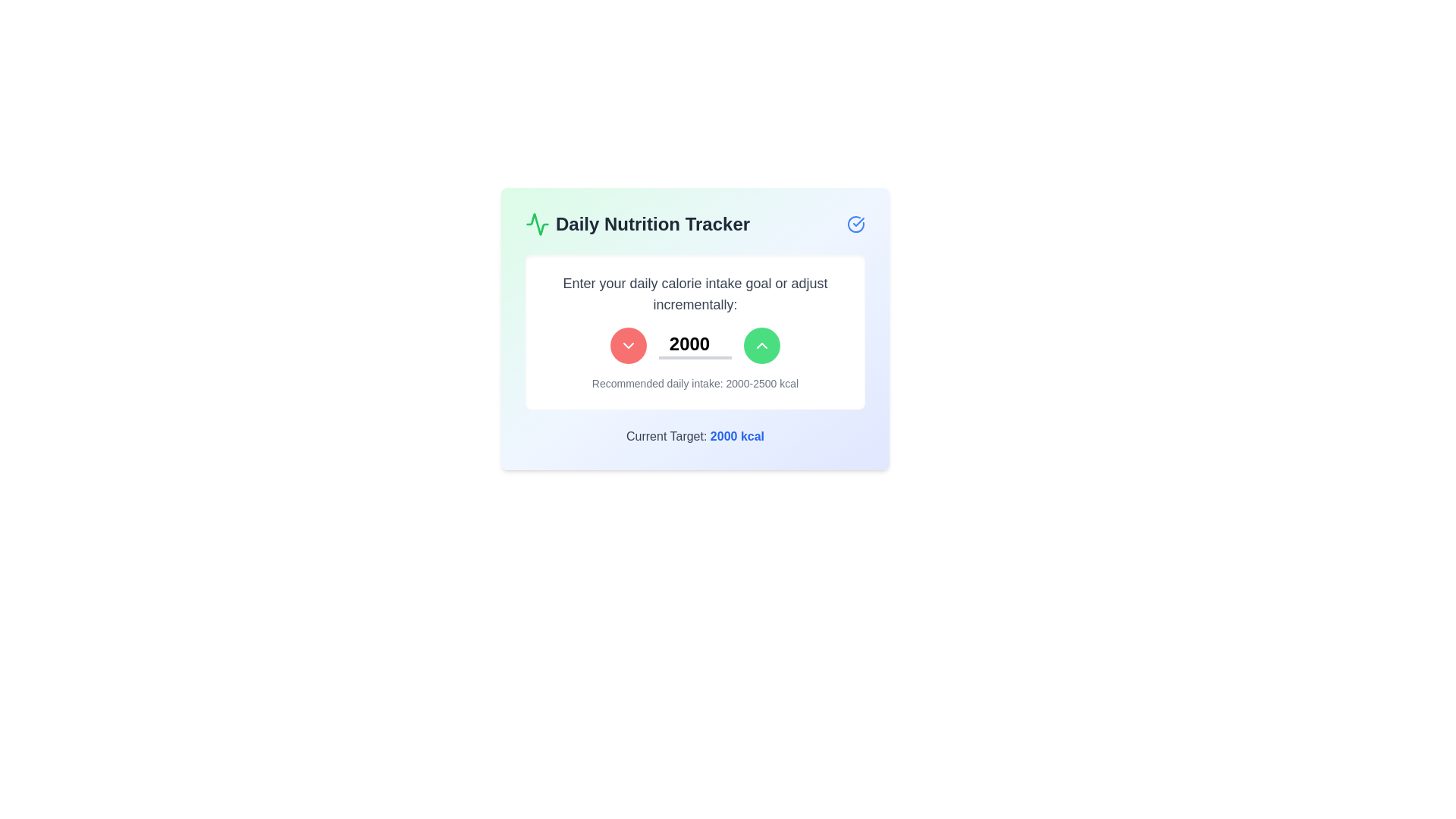 The width and height of the screenshot is (1456, 819). What do you see at coordinates (855, 224) in the screenshot?
I see `the blue circular icon with a check mark inside, located at the top-right corner of the 'Daily Nutrition Tracker' card` at bounding box center [855, 224].